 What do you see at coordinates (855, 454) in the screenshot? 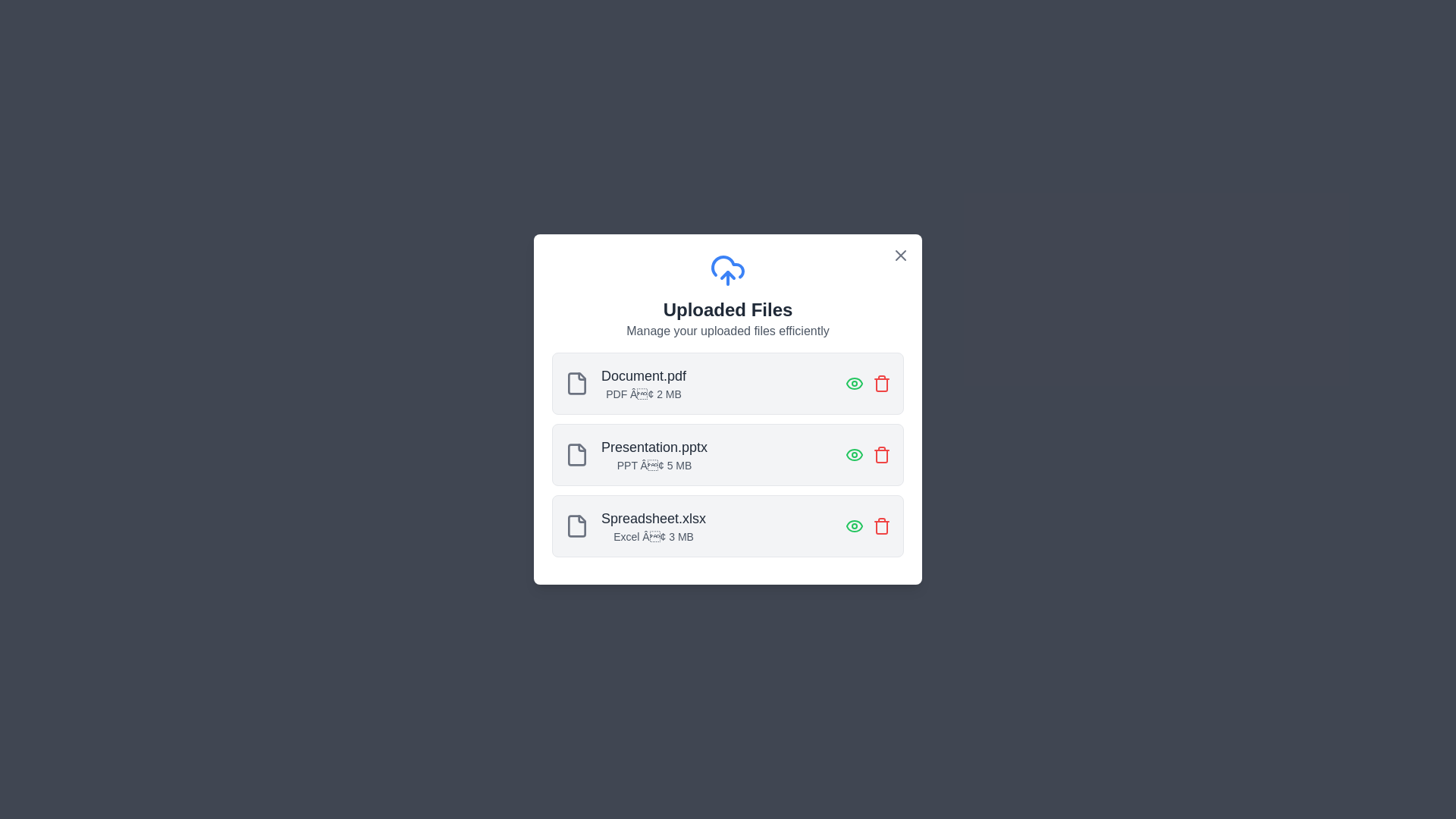
I see `the button located next to 'Presentation.pptx'` at bounding box center [855, 454].